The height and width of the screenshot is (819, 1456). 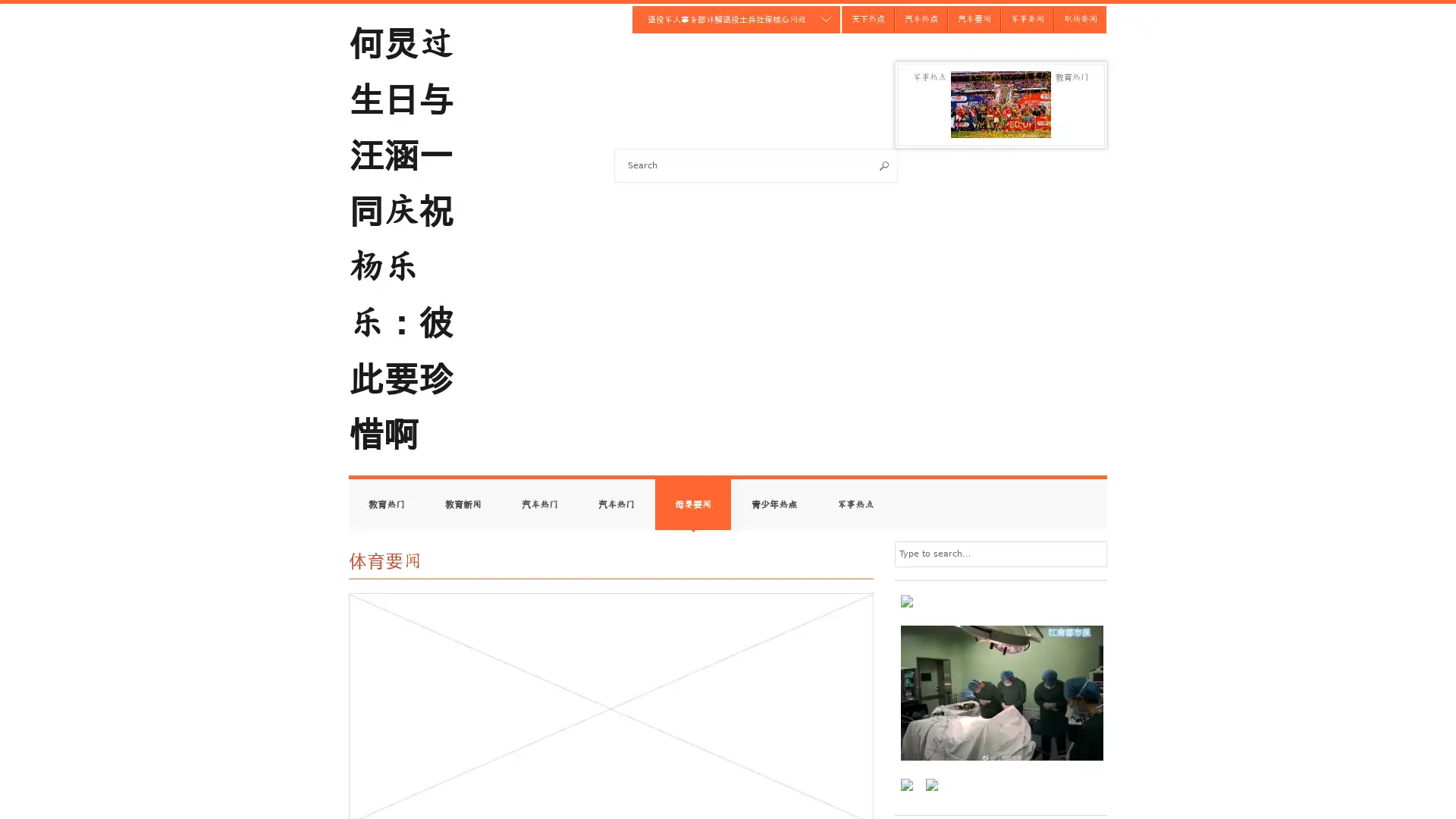 What do you see at coordinates (884, 165) in the screenshot?
I see `Search` at bounding box center [884, 165].